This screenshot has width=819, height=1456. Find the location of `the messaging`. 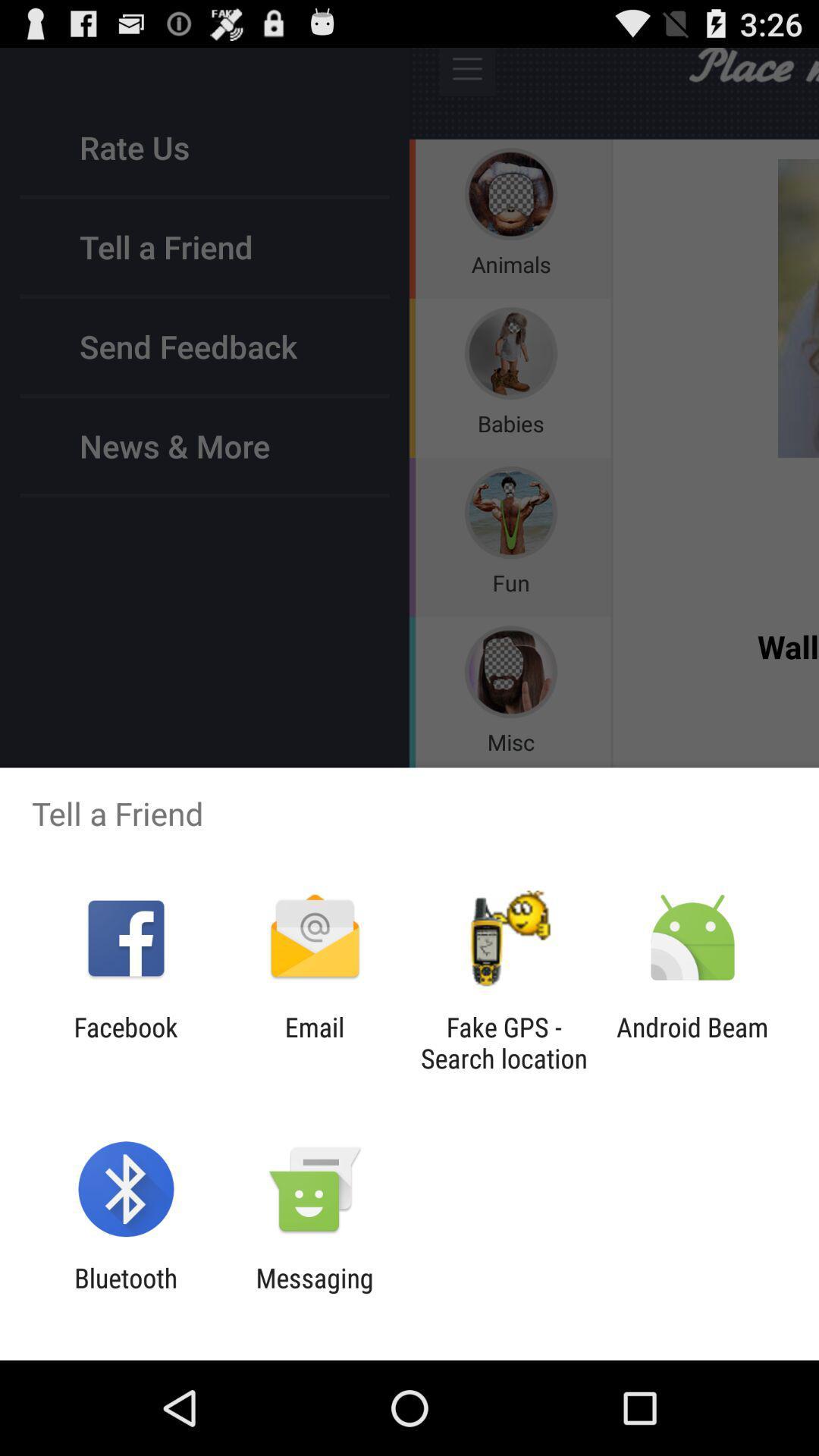

the messaging is located at coordinates (314, 1293).